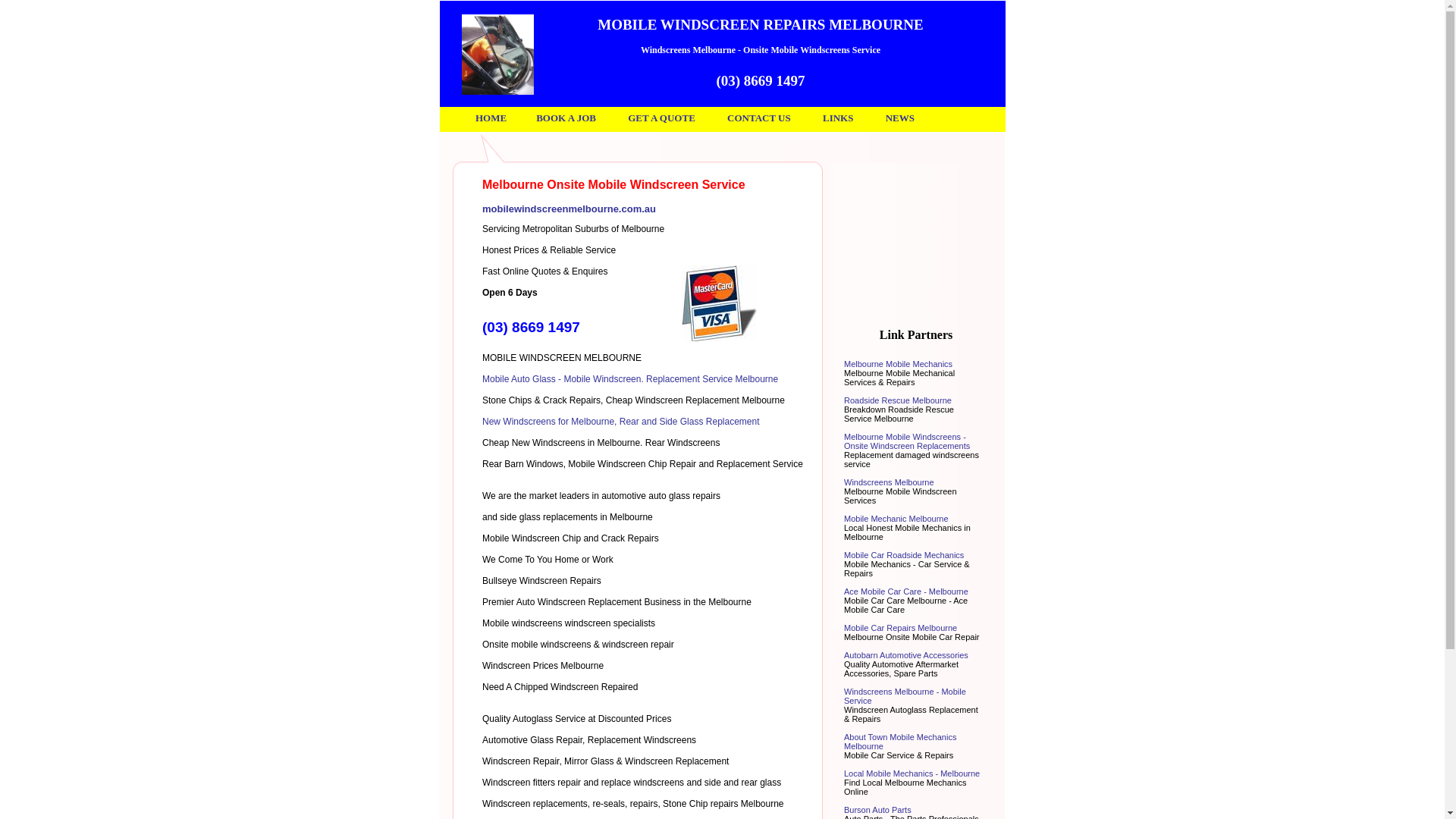  Describe the element at coordinates (899, 117) in the screenshot. I see `'NEWS'` at that location.